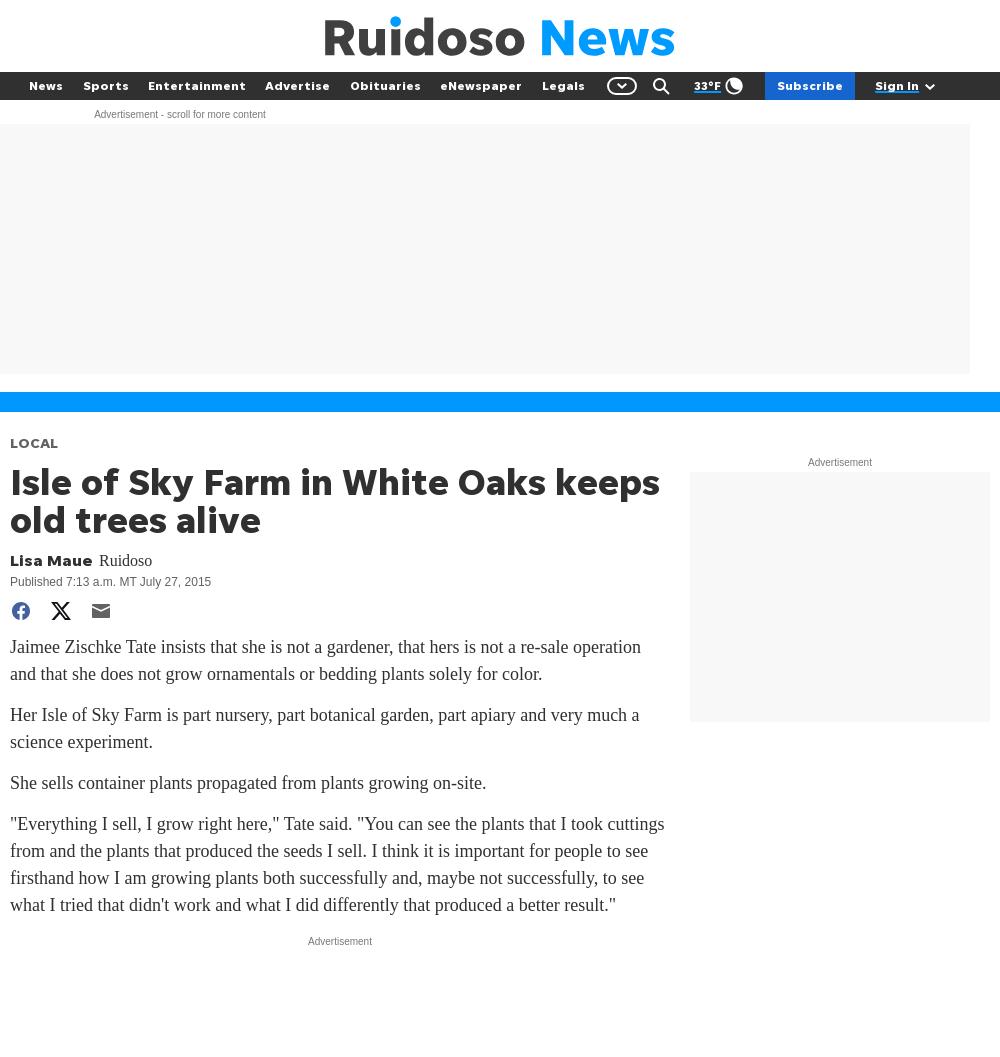 The height and width of the screenshot is (1057, 1000). I want to click on 'Her Isle of Sky Farm is part nursery, part botanical garden, part apiary and very much a science experiment.', so click(323, 727).